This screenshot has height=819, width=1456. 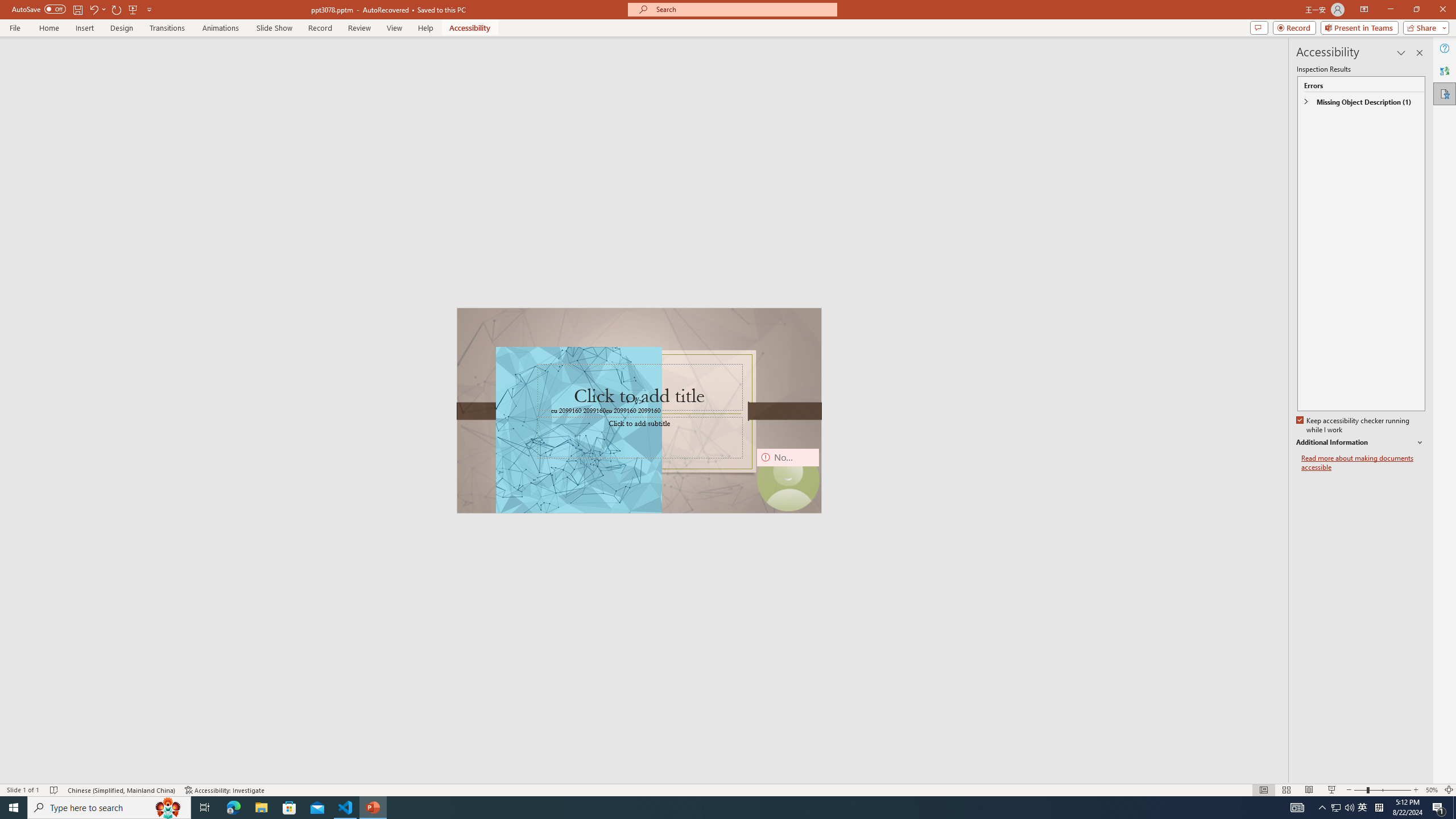 I want to click on 'Camera 9, No camera detected.', so click(x=787, y=479).